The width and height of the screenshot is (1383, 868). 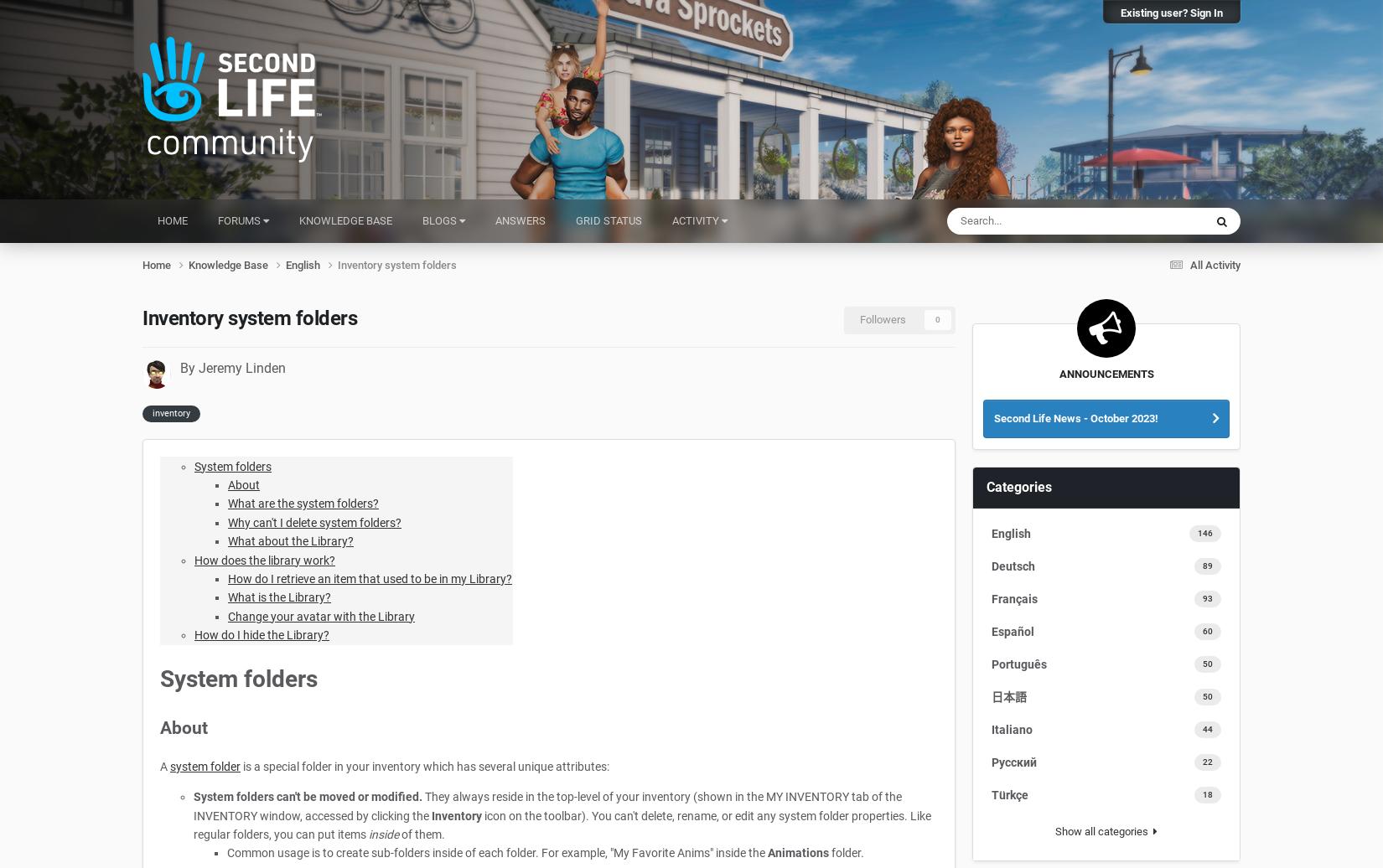 What do you see at coordinates (1019, 664) in the screenshot?
I see `'Português'` at bounding box center [1019, 664].